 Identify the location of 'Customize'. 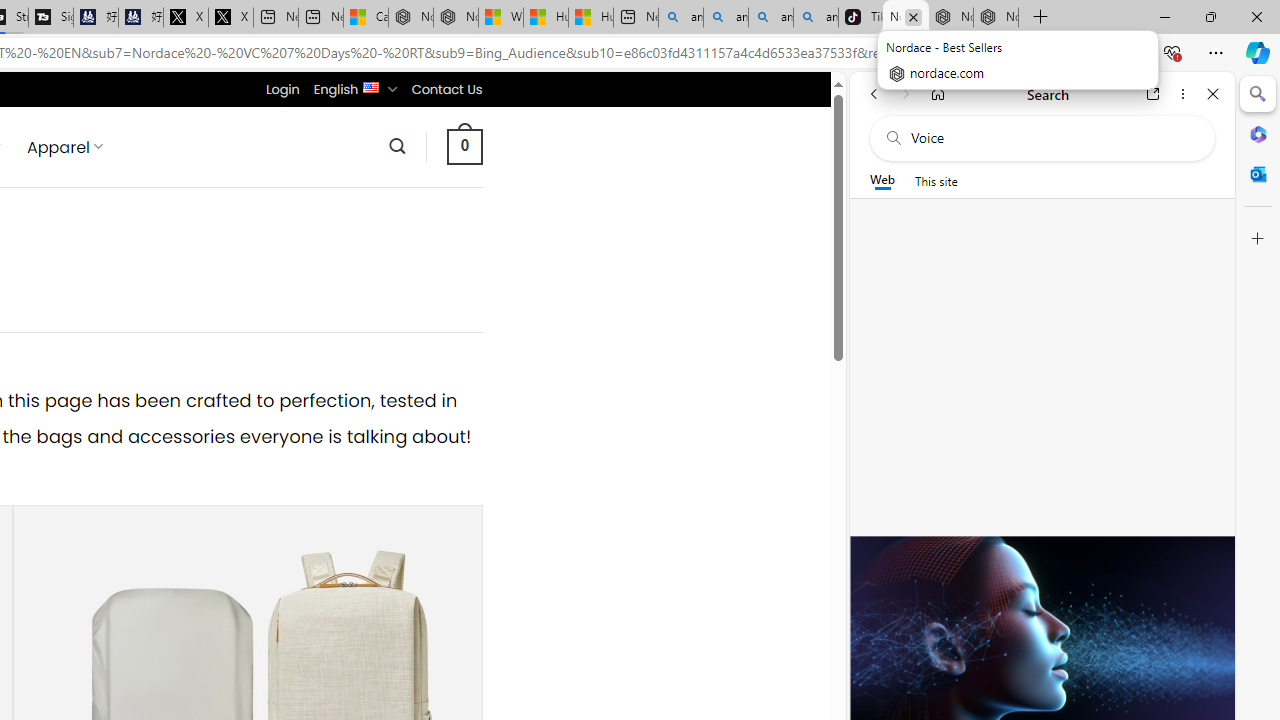
(1257, 238).